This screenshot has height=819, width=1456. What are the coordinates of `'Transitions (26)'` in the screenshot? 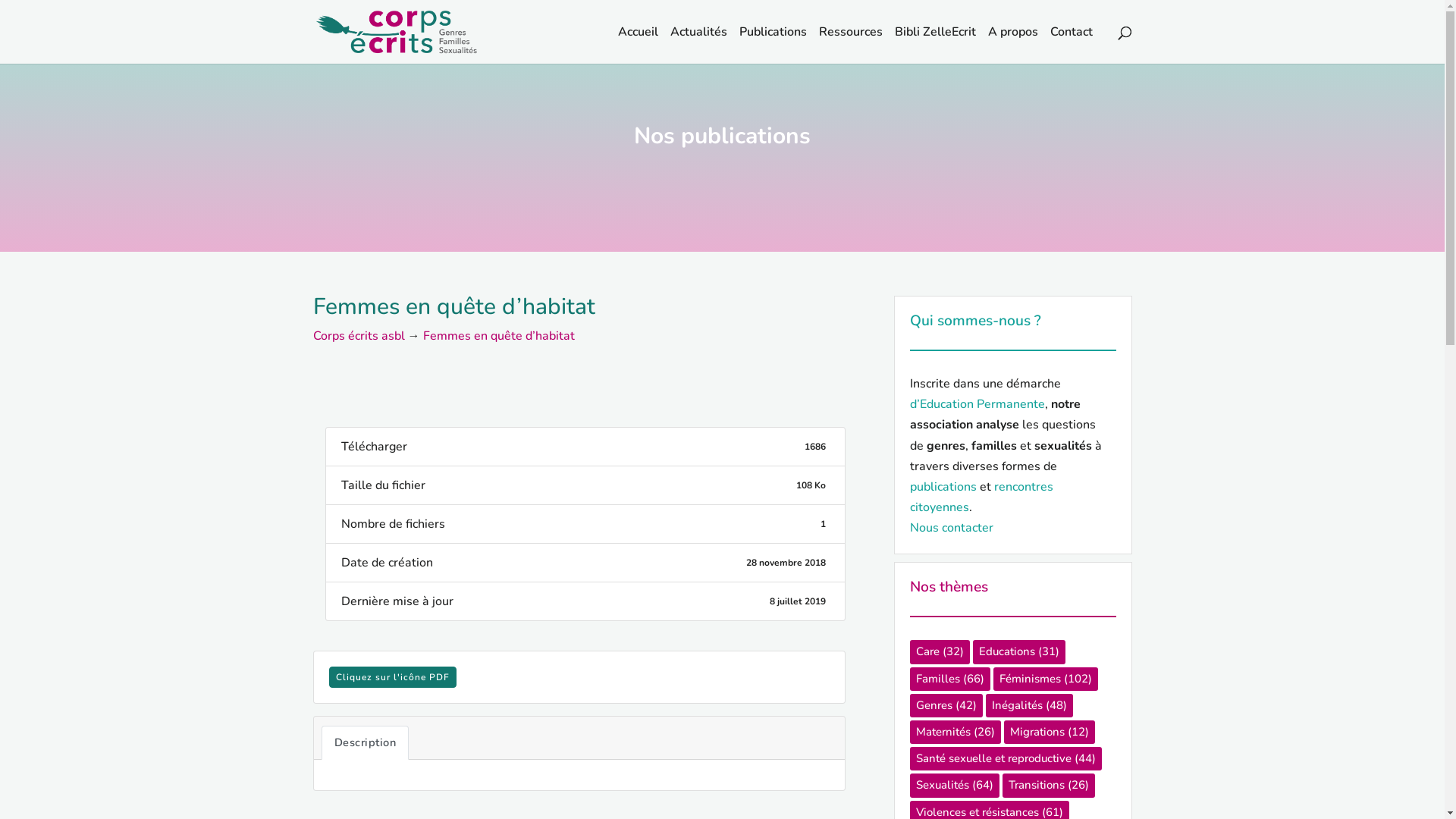 It's located at (1047, 785).